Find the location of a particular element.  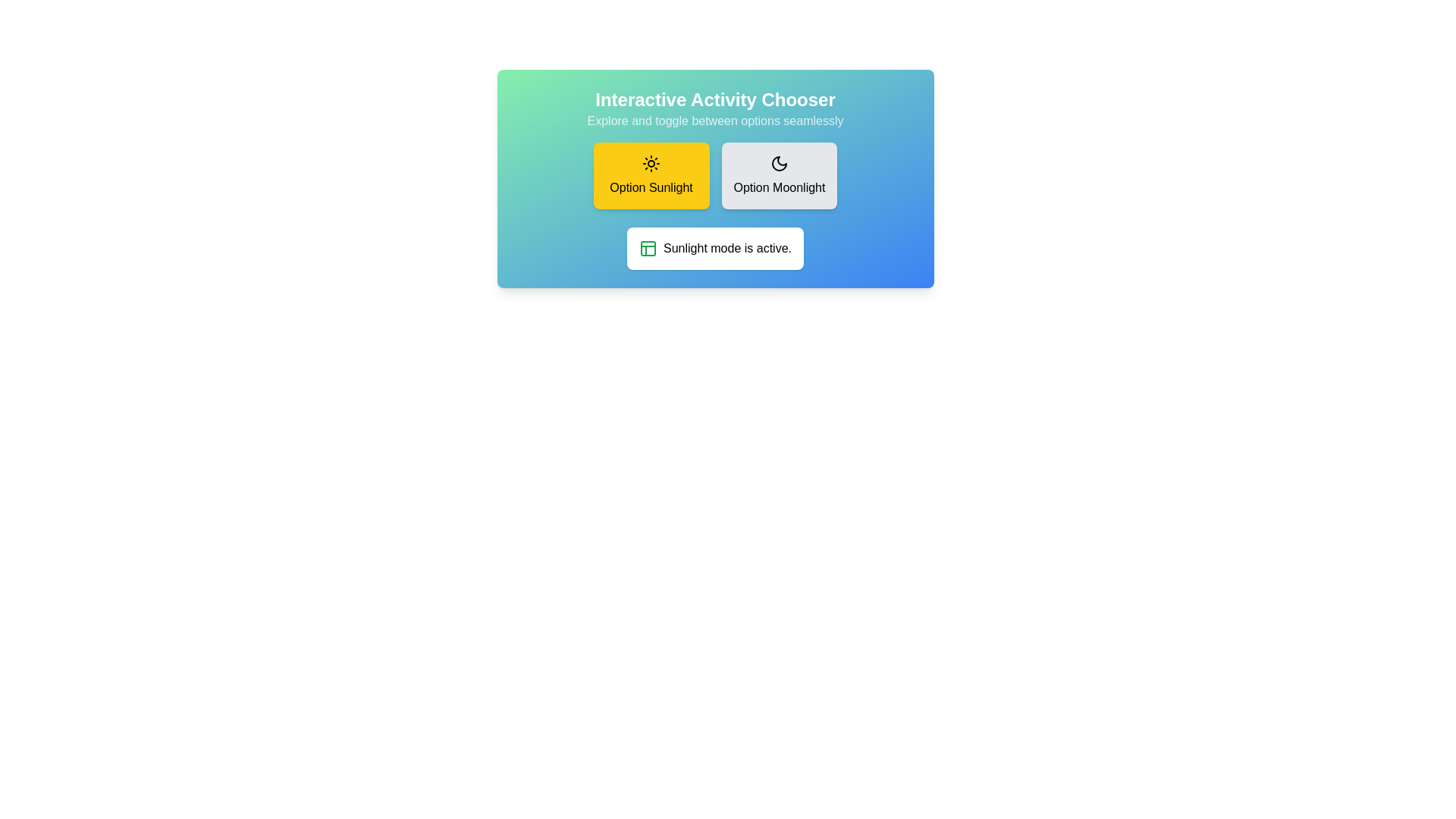

the Text display element that contains the text 'Explore and toggle between options seamlessly', which is positioned below the bold title 'Interactive Activity Chooser' is located at coordinates (714, 120).